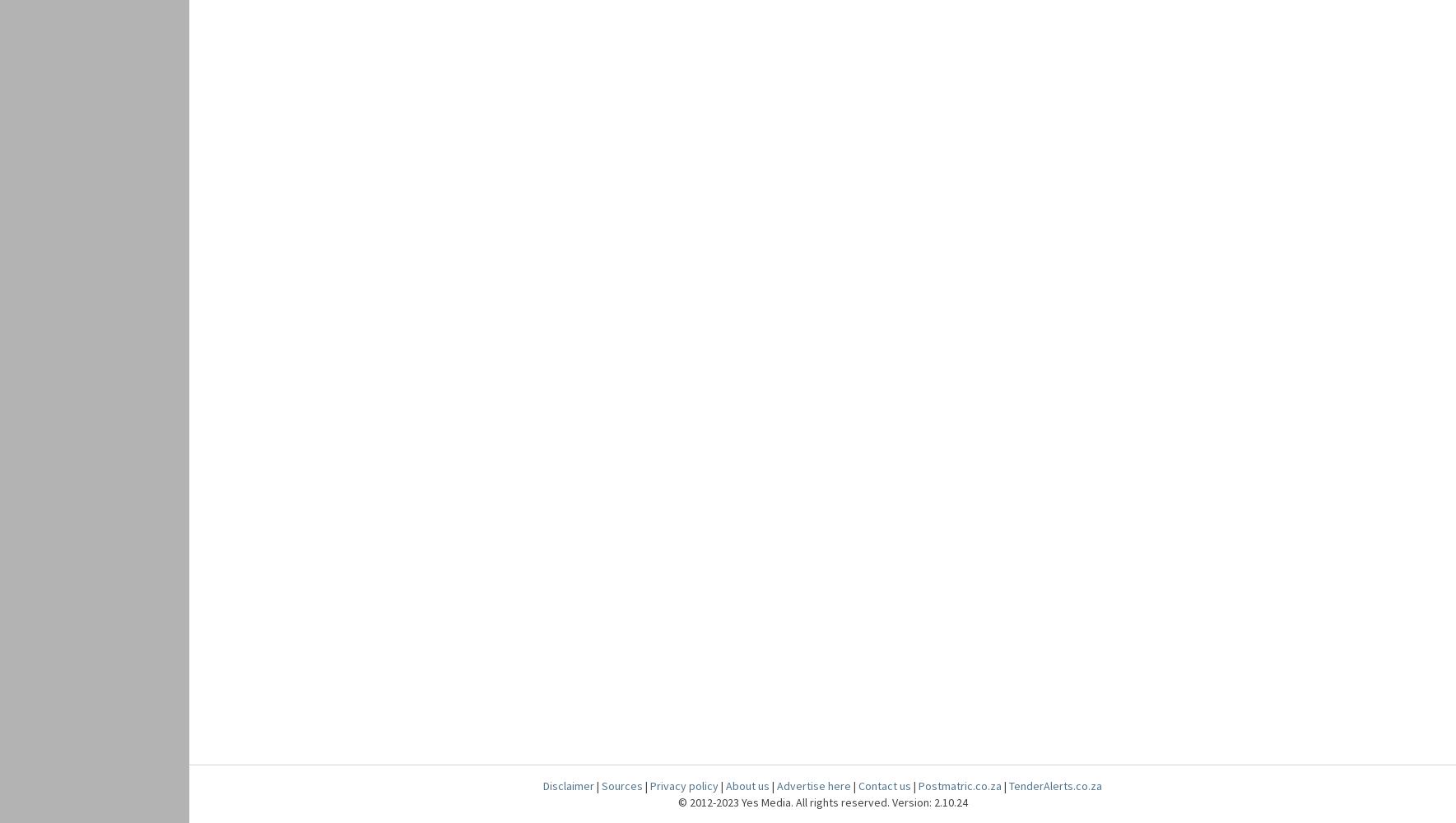 The image size is (1456, 823). Describe the element at coordinates (747, 785) in the screenshot. I see `'About us'` at that location.